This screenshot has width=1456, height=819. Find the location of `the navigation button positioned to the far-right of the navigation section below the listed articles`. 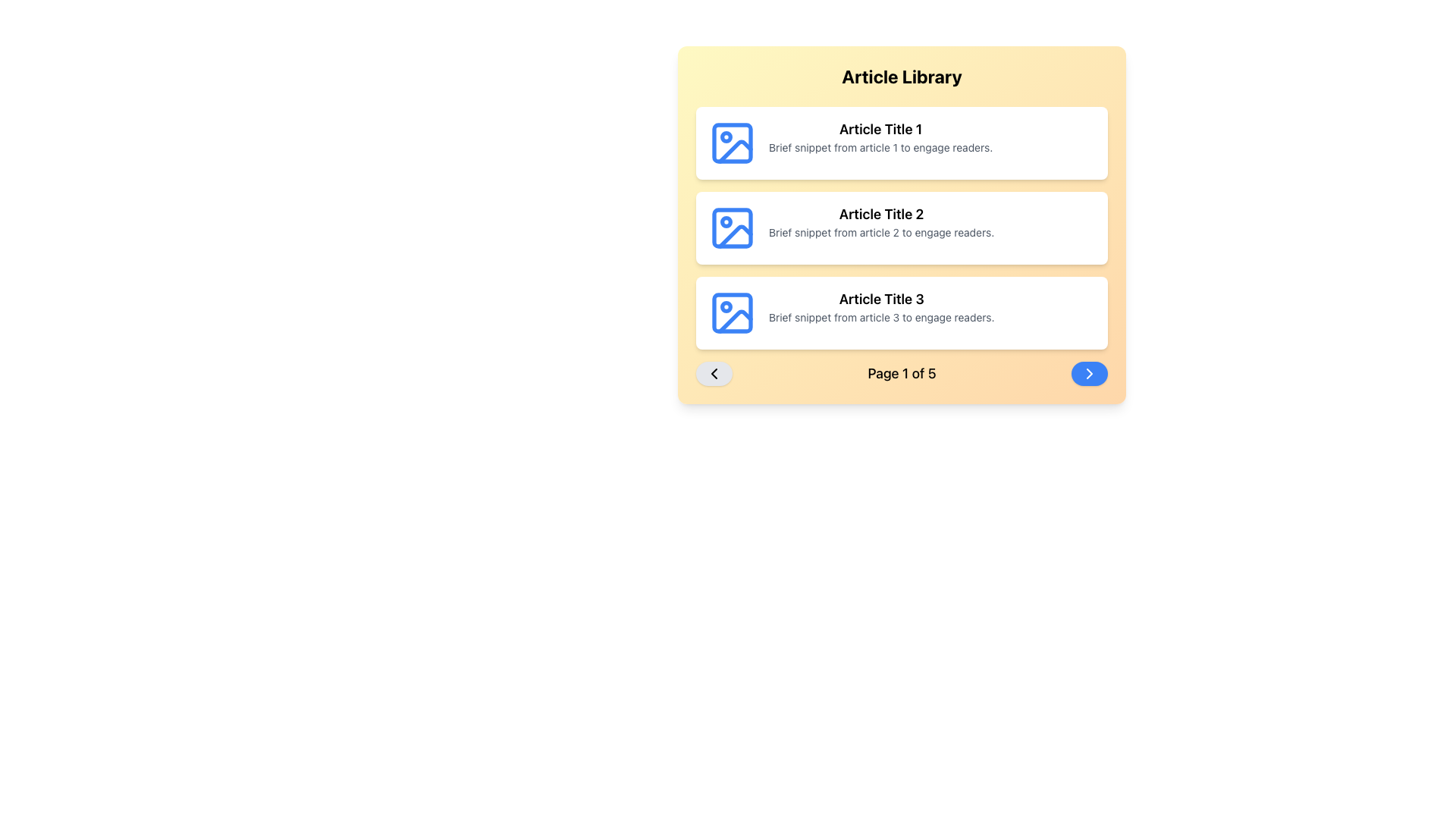

the navigation button positioned to the far-right of the navigation section below the listed articles is located at coordinates (1088, 374).